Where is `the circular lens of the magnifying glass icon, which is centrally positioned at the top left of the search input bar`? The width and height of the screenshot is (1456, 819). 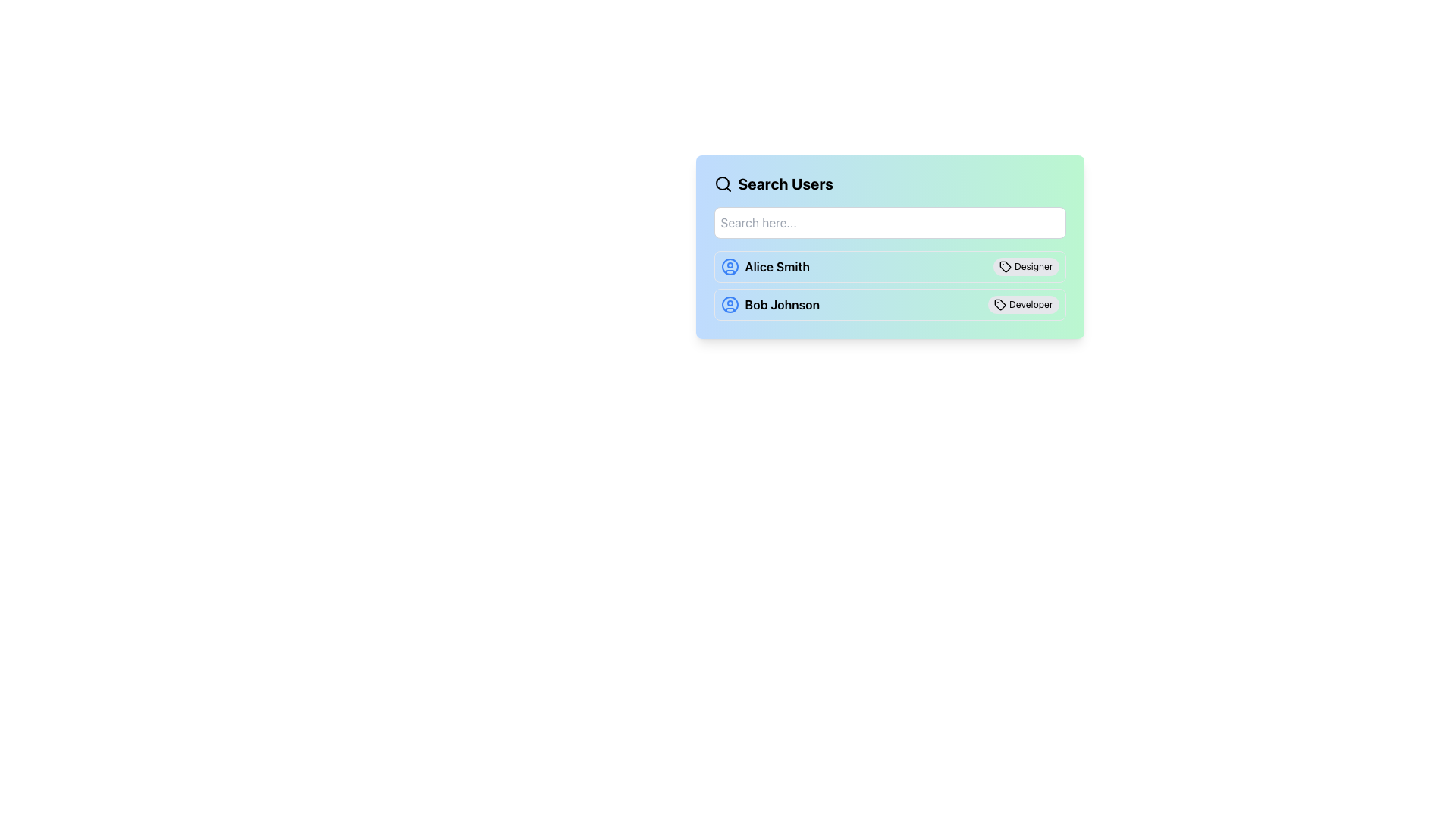 the circular lens of the magnifying glass icon, which is centrally positioned at the top left of the search input bar is located at coordinates (721, 183).